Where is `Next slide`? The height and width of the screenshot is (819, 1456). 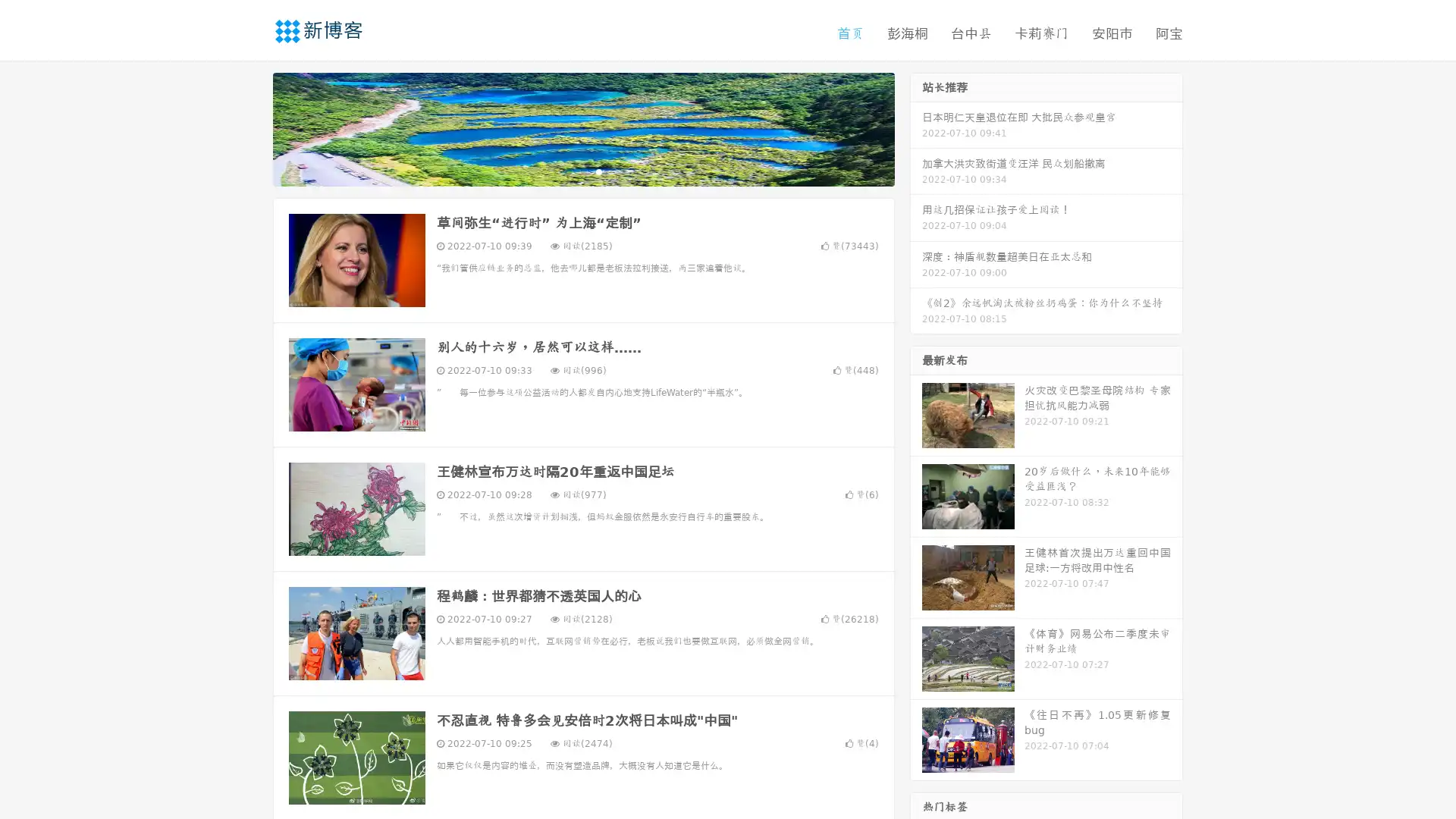
Next slide is located at coordinates (916, 127).